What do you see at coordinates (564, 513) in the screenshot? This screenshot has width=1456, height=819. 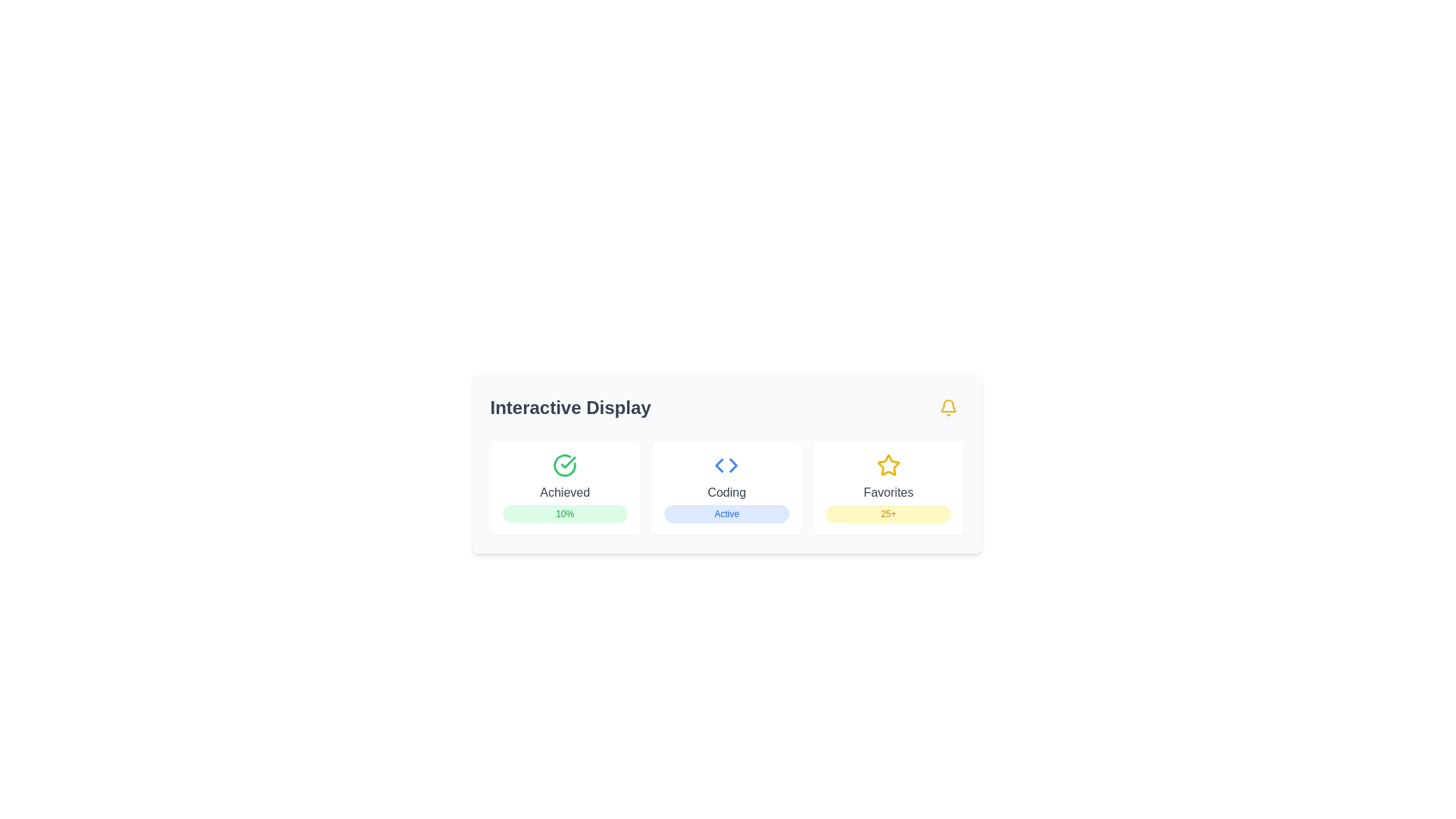 I see `the small rectangular badge with rounded corners located below the 'Achieved' text label, which displays '10%' in a smaller green font` at bounding box center [564, 513].